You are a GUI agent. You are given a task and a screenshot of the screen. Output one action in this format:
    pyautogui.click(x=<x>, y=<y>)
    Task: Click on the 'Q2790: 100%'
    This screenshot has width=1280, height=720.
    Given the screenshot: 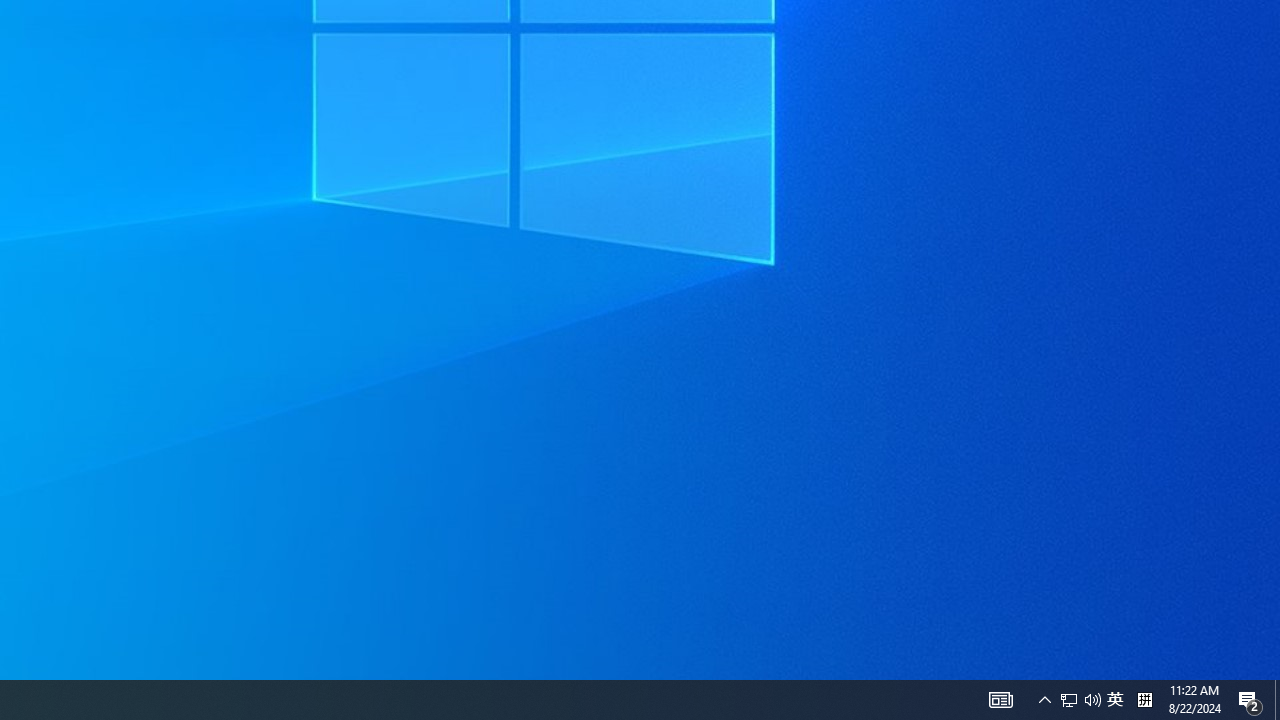 What is the action you would take?
    pyautogui.click(x=1068, y=698)
    